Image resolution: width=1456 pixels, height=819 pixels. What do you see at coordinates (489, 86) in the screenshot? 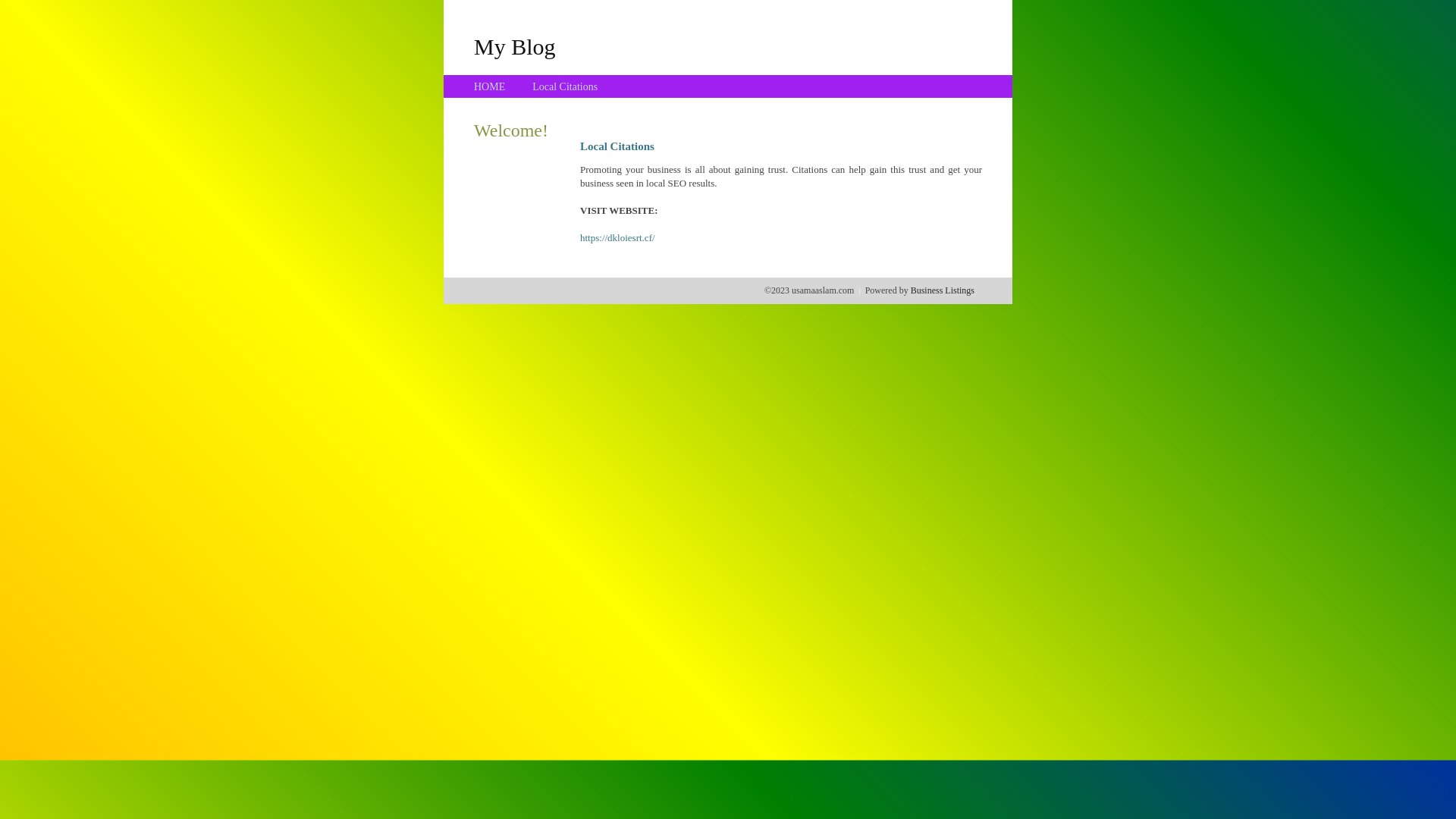
I see `'HOME'` at bounding box center [489, 86].